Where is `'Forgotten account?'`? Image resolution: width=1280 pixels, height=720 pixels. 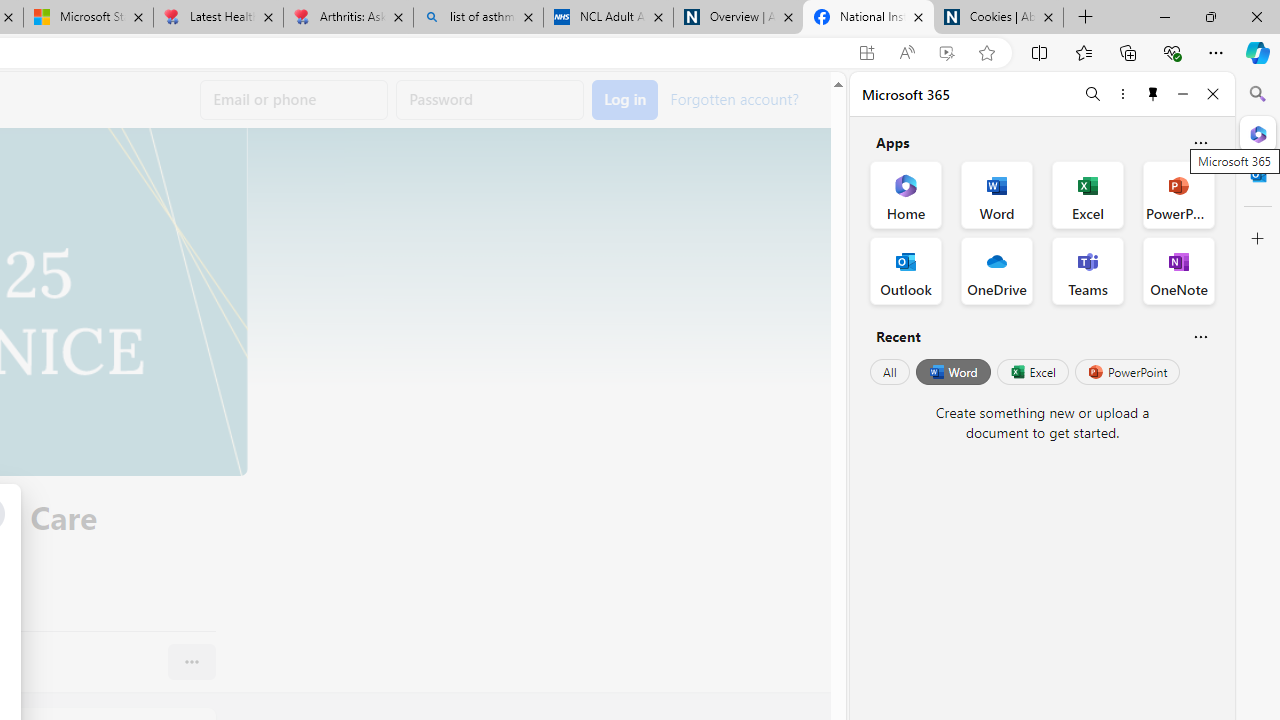
'Forgotten account?' is located at coordinates (733, 98).